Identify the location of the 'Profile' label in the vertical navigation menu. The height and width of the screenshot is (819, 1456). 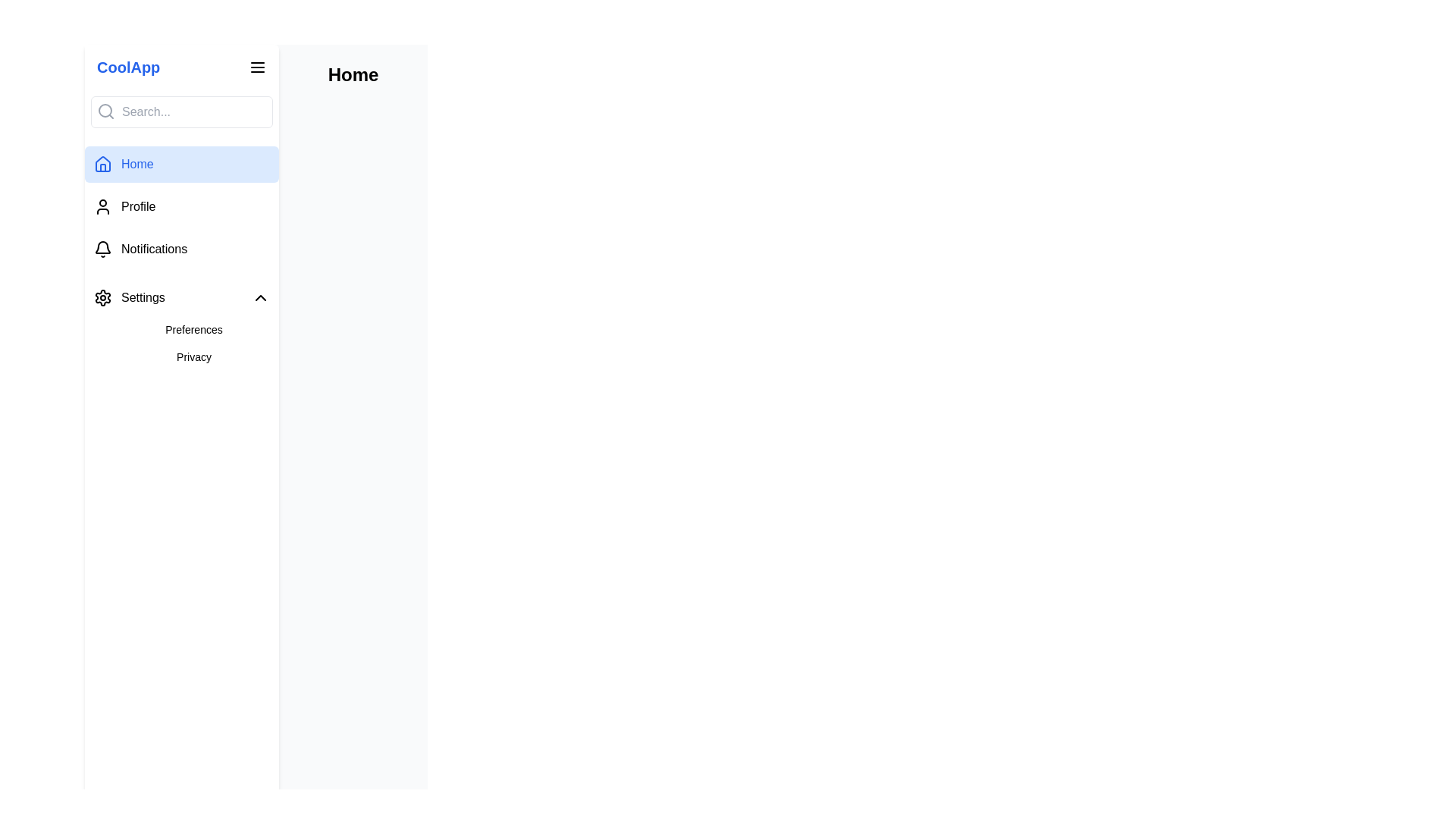
(138, 207).